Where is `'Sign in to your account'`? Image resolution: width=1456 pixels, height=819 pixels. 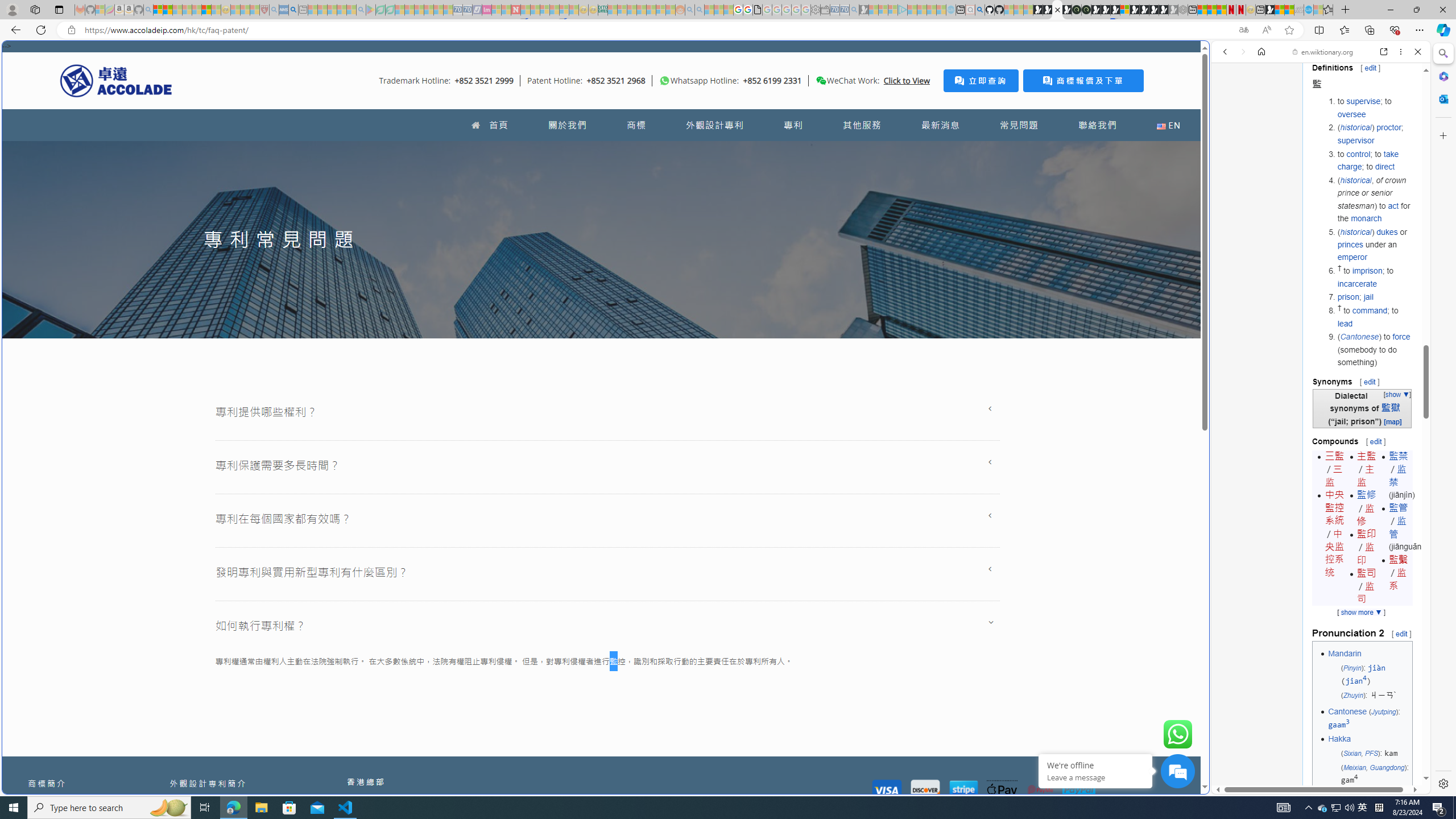 'Sign in to your account' is located at coordinates (1124, 9).